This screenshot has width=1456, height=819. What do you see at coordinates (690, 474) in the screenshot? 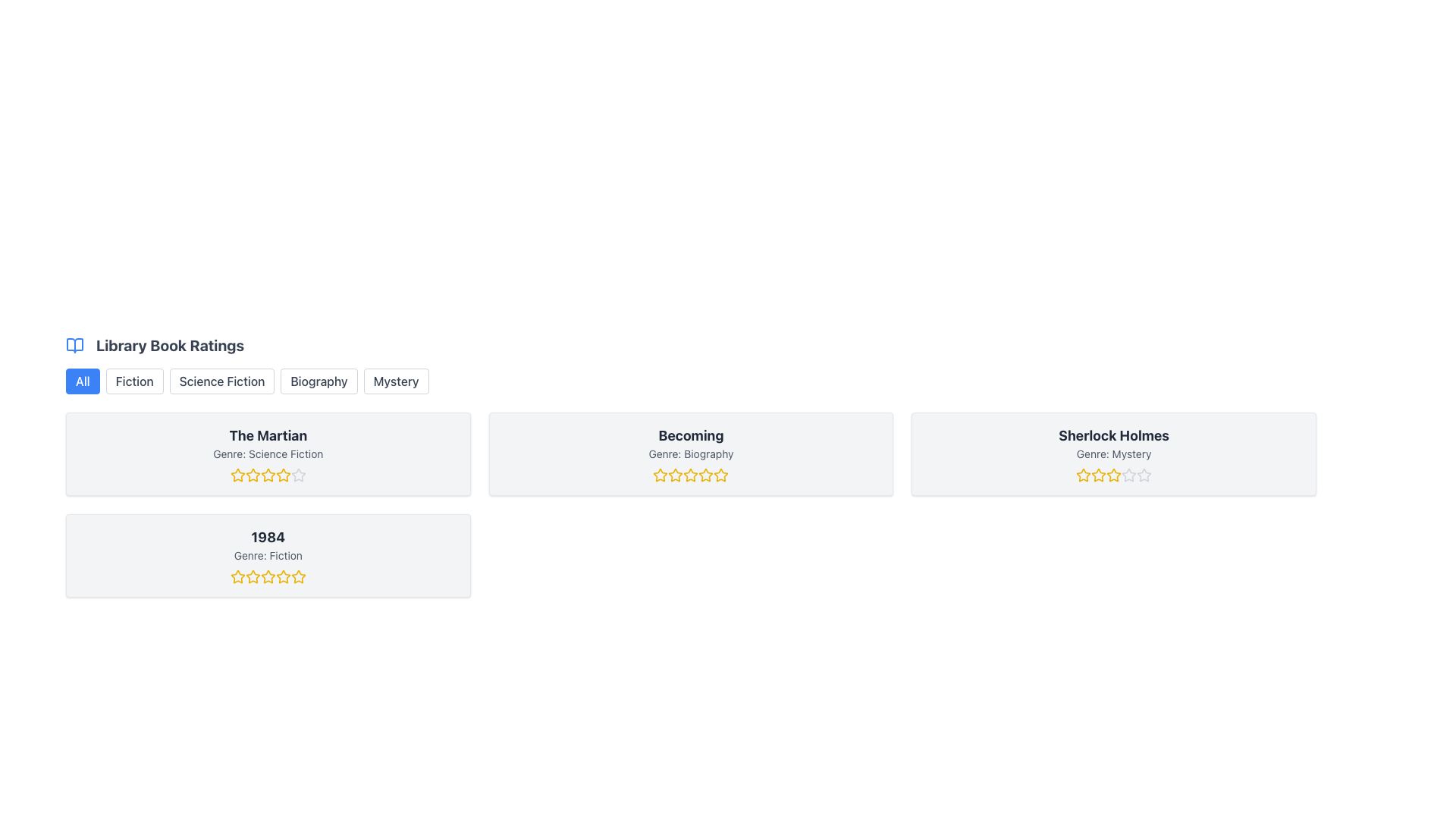
I see `the third star icon in the rating section of the 'Becoming' book card` at bounding box center [690, 474].